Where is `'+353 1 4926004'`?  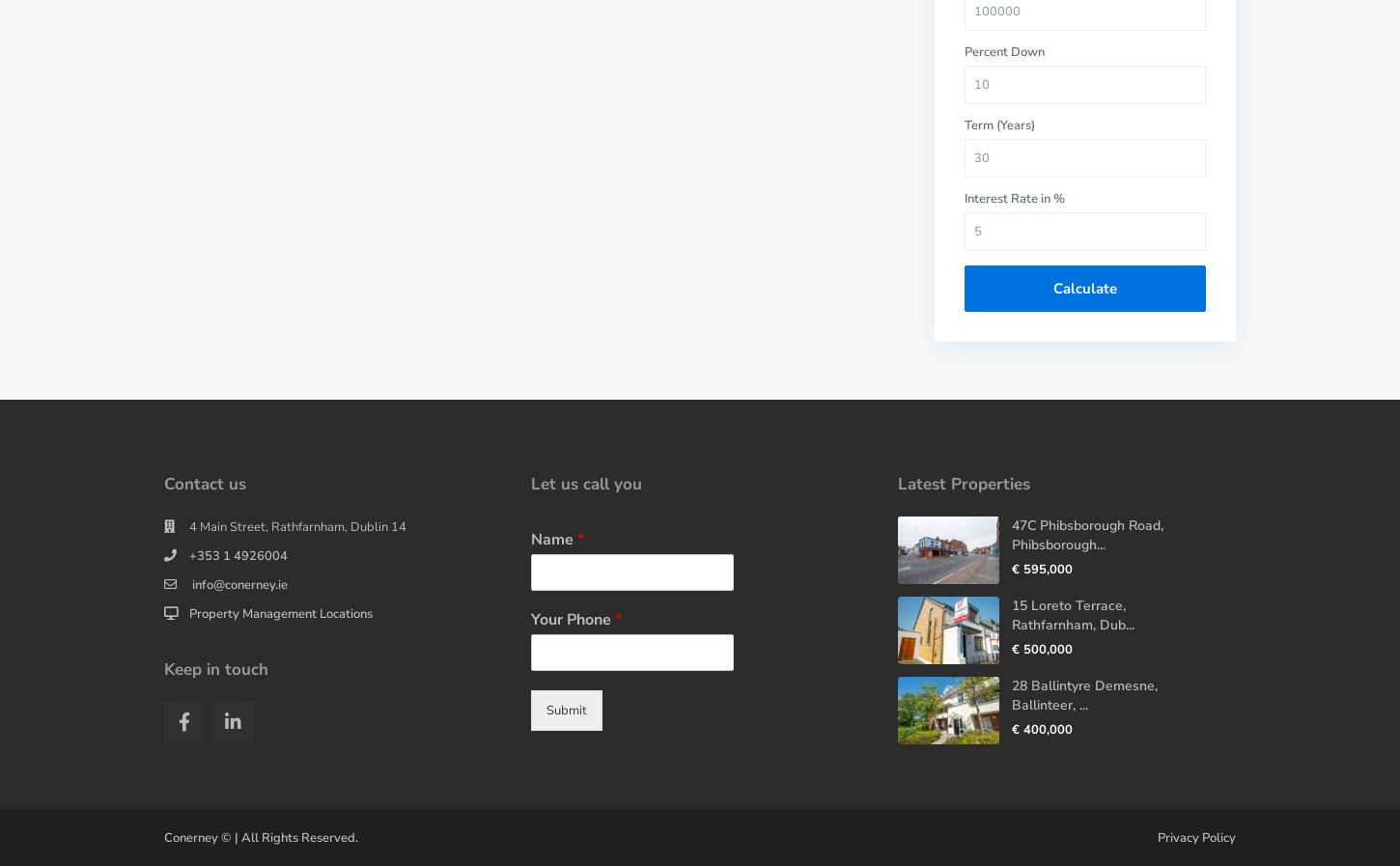
'+353 1 4926004' is located at coordinates (238, 555).